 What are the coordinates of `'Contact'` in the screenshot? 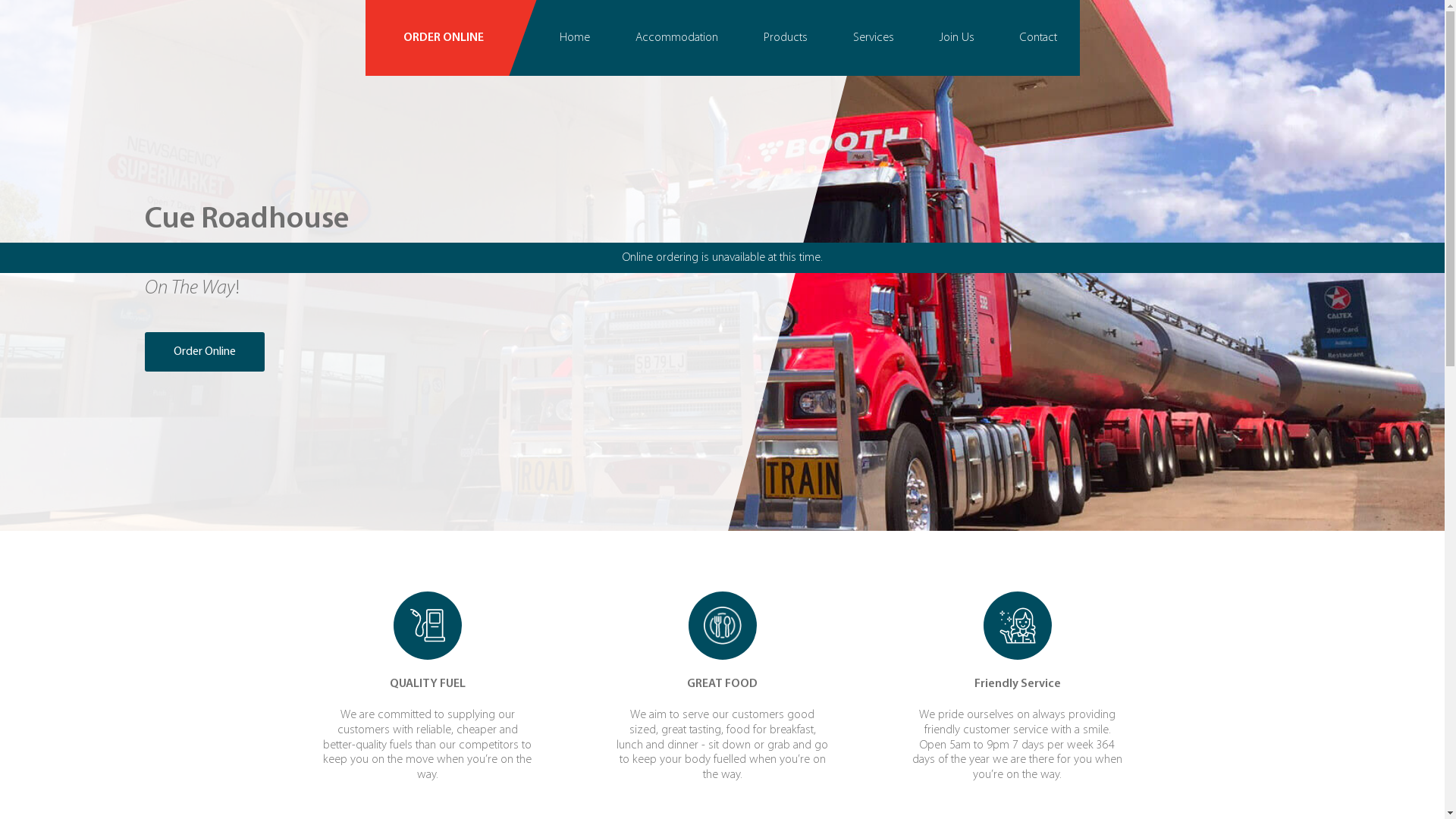 It's located at (996, 37).